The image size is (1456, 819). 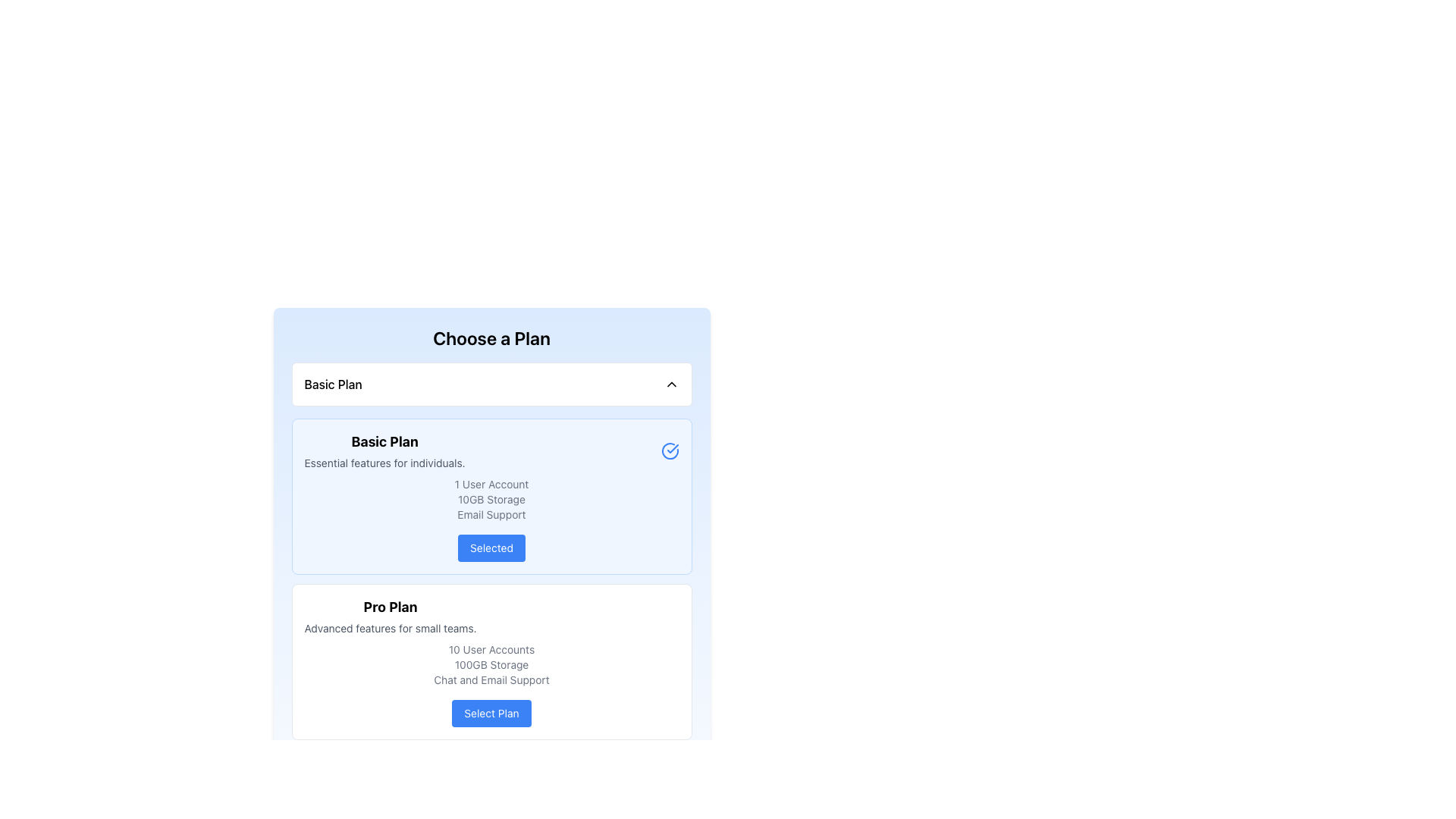 I want to click on the text label displaying '1 User Account' which is located at the top of the 'Basic Plan' section, so click(x=491, y=485).